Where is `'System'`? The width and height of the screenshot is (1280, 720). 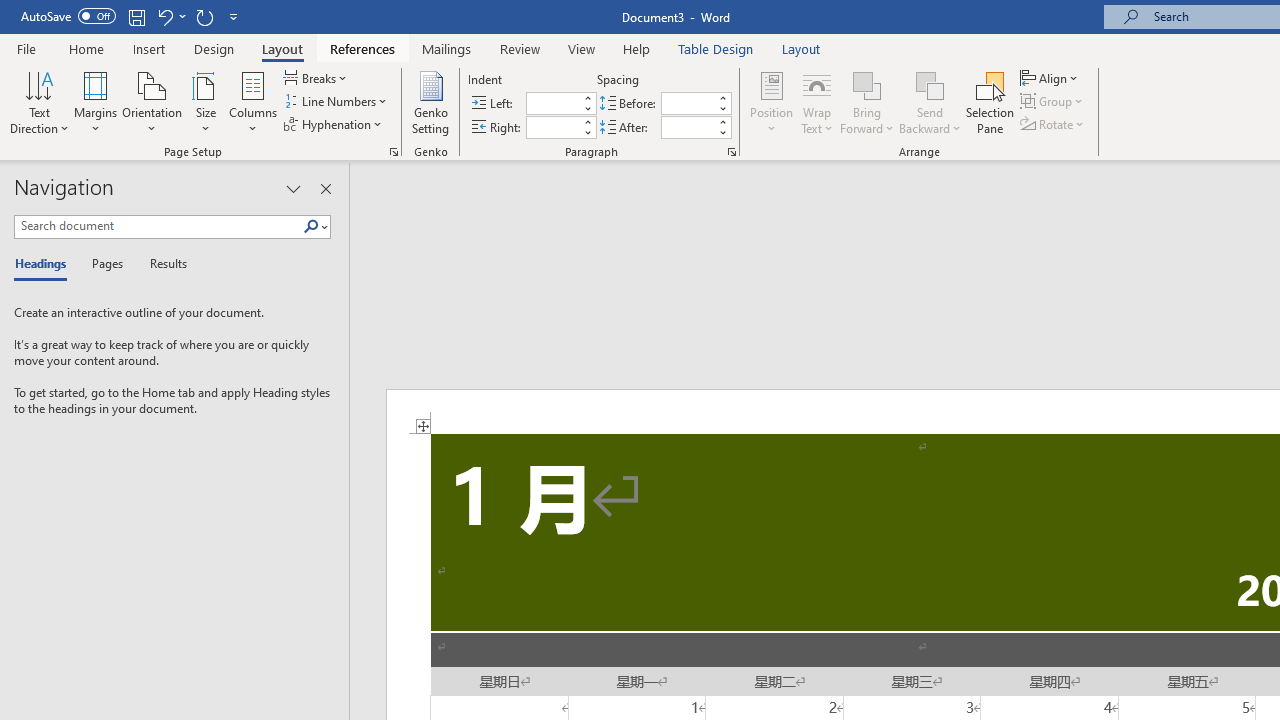 'System' is located at coordinates (10, 11).